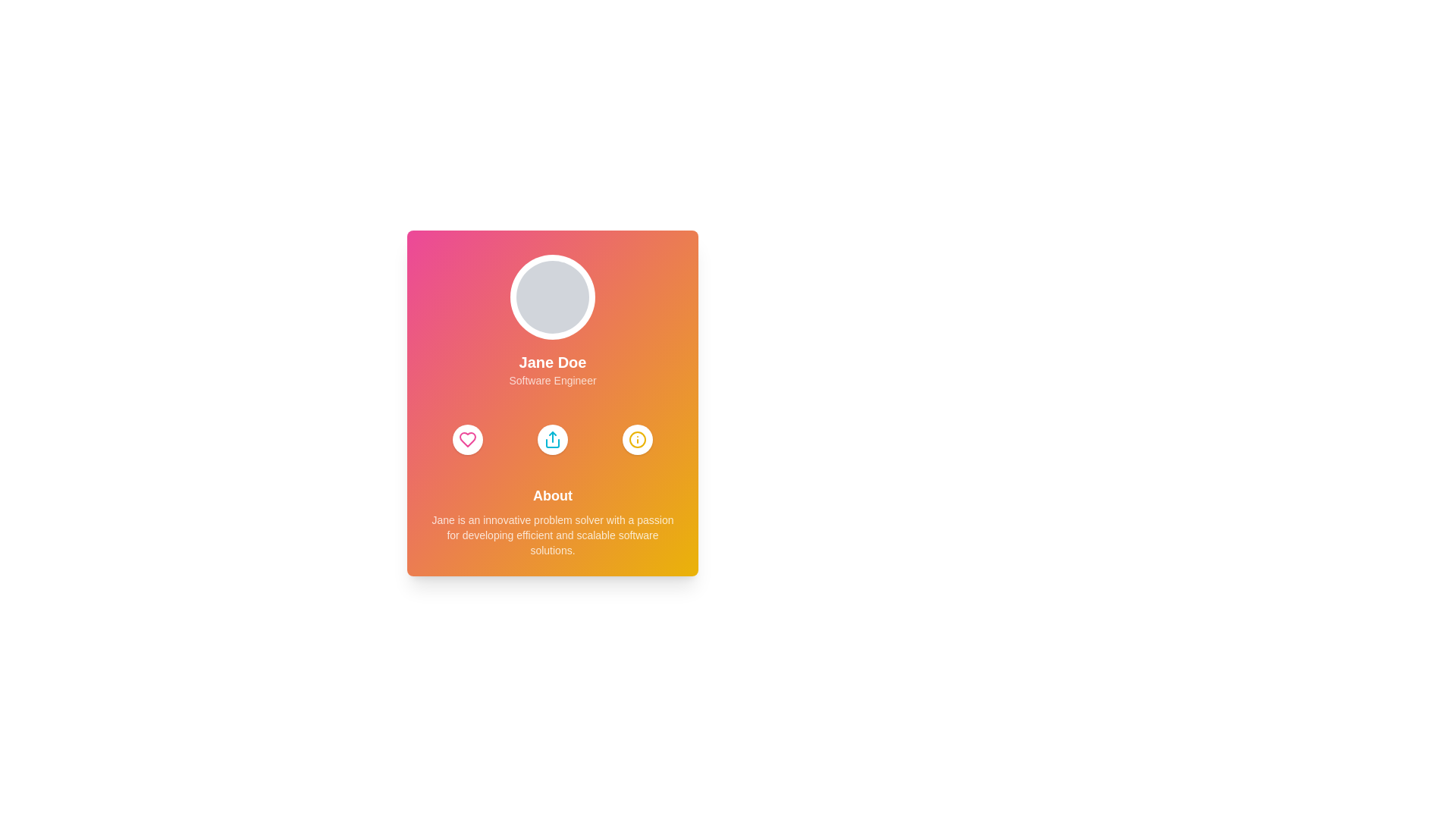 The height and width of the screenshot is (819, 1456). I want to click on the graphic placeholder that represents a profile image, located centrally within a larger white circular shape at the top center of the card layout, so click(552, 297).